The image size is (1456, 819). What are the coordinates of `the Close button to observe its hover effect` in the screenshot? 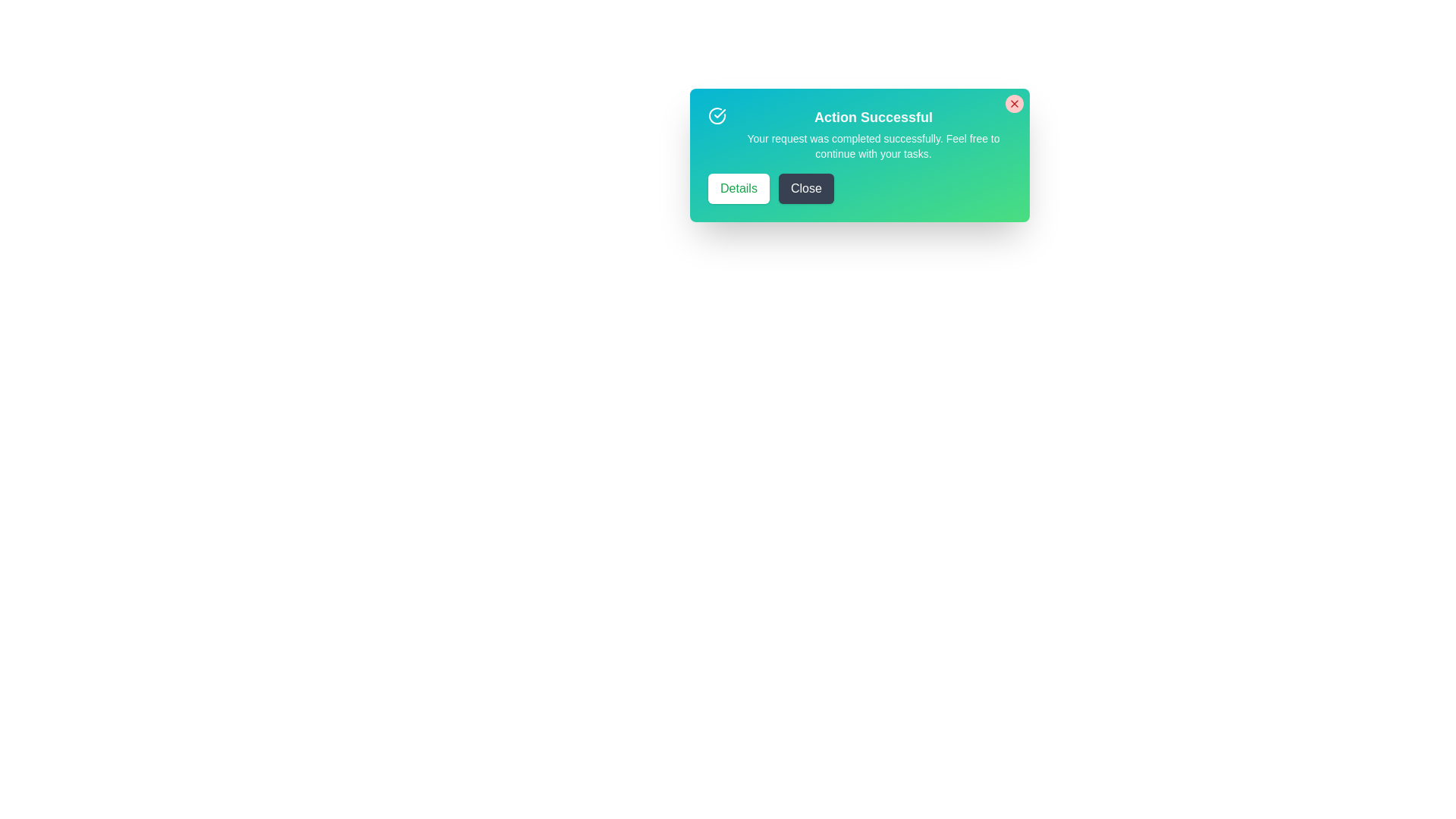 It's located at (805, 188).